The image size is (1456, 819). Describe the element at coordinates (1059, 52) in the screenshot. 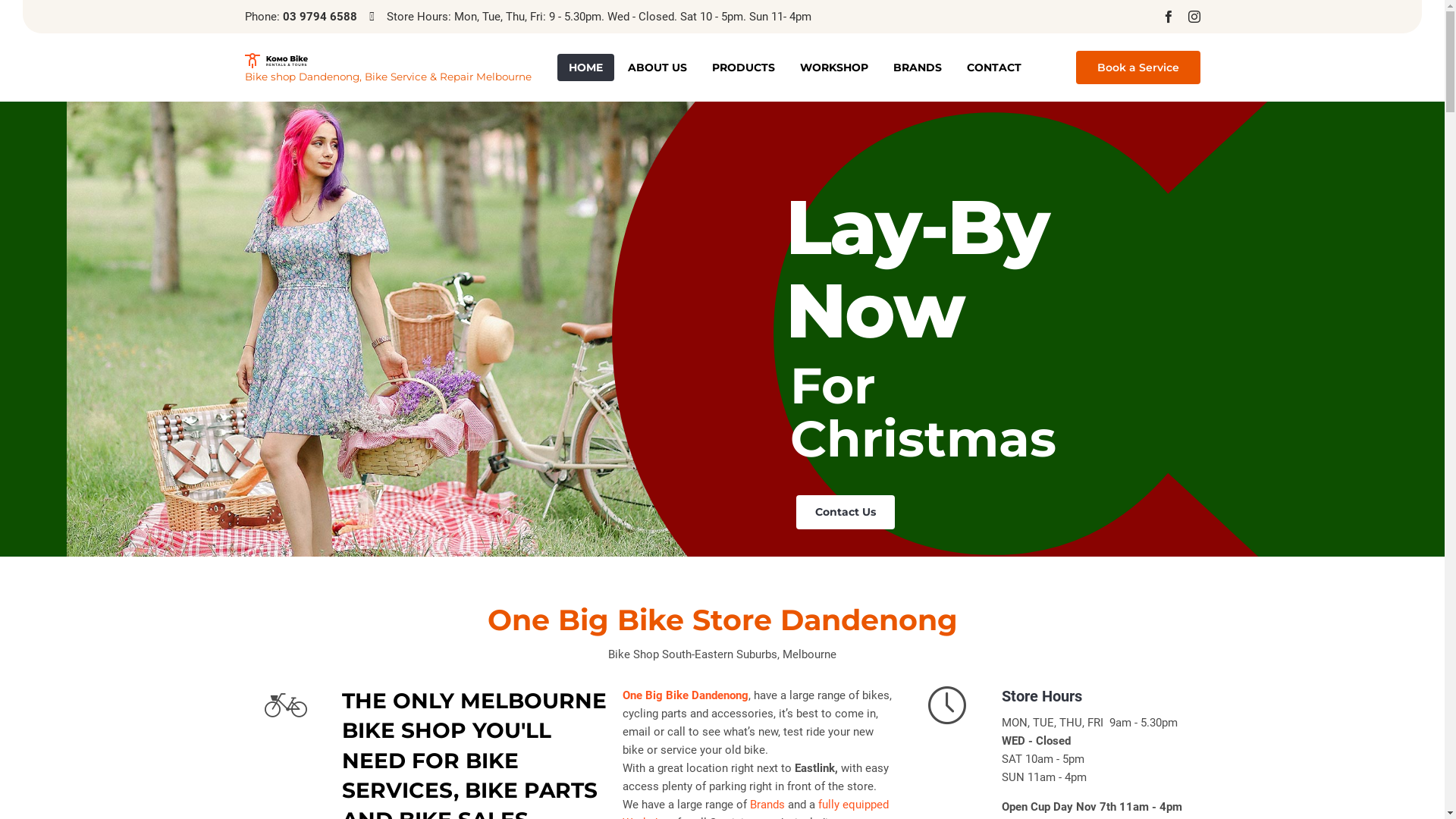

I see `'Skip to content'` at that location.